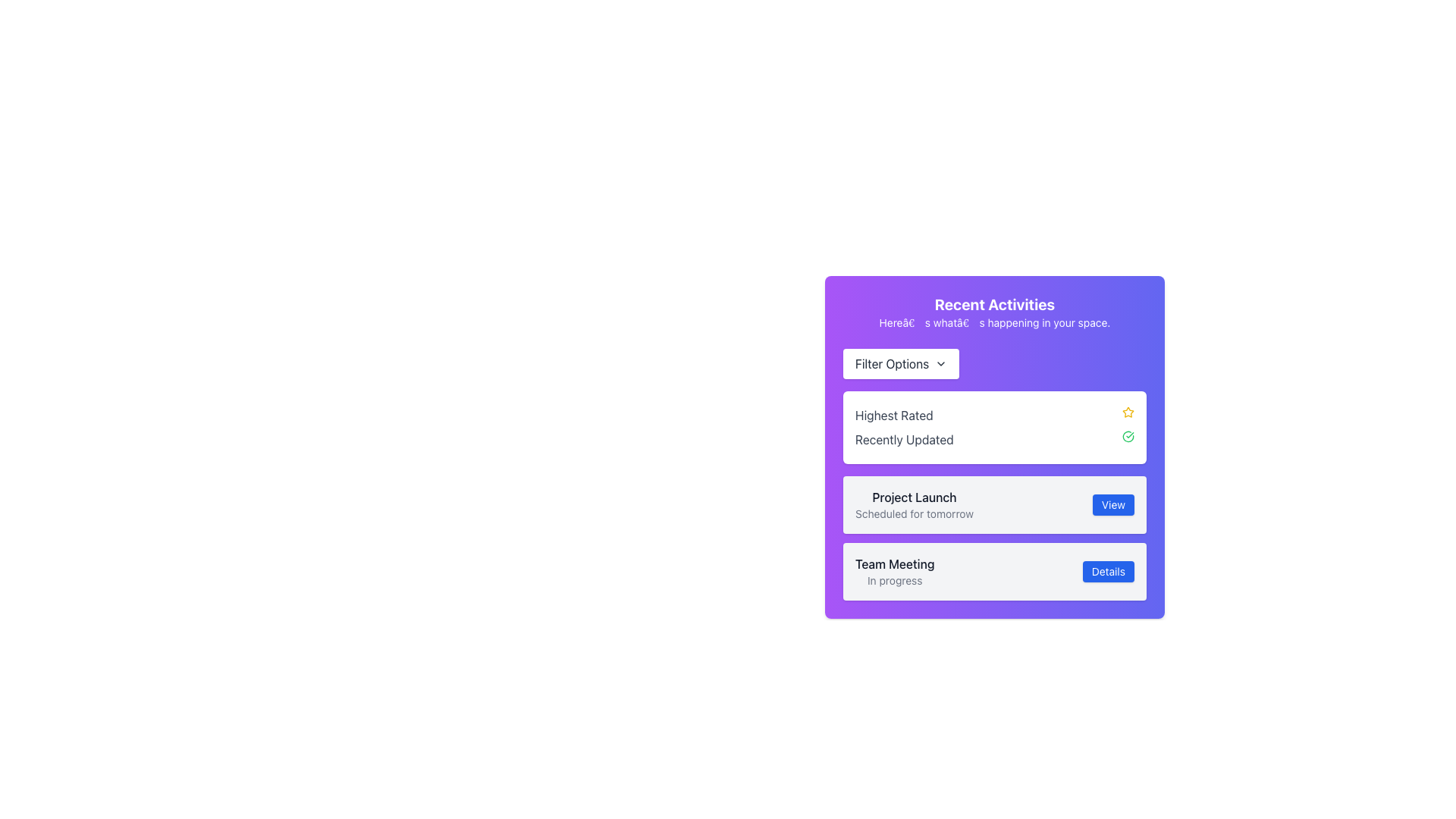 The width and height of the screenshot is (1456, 819). What do you see at coordinates (1128, 412) in the screenshot?
I see `the star-shaped icon with a yellow fill and thin border located to the right of the 'Highest Rated' label in the 'Recent Activities' section to interact` at bounding box center [1128, 412].